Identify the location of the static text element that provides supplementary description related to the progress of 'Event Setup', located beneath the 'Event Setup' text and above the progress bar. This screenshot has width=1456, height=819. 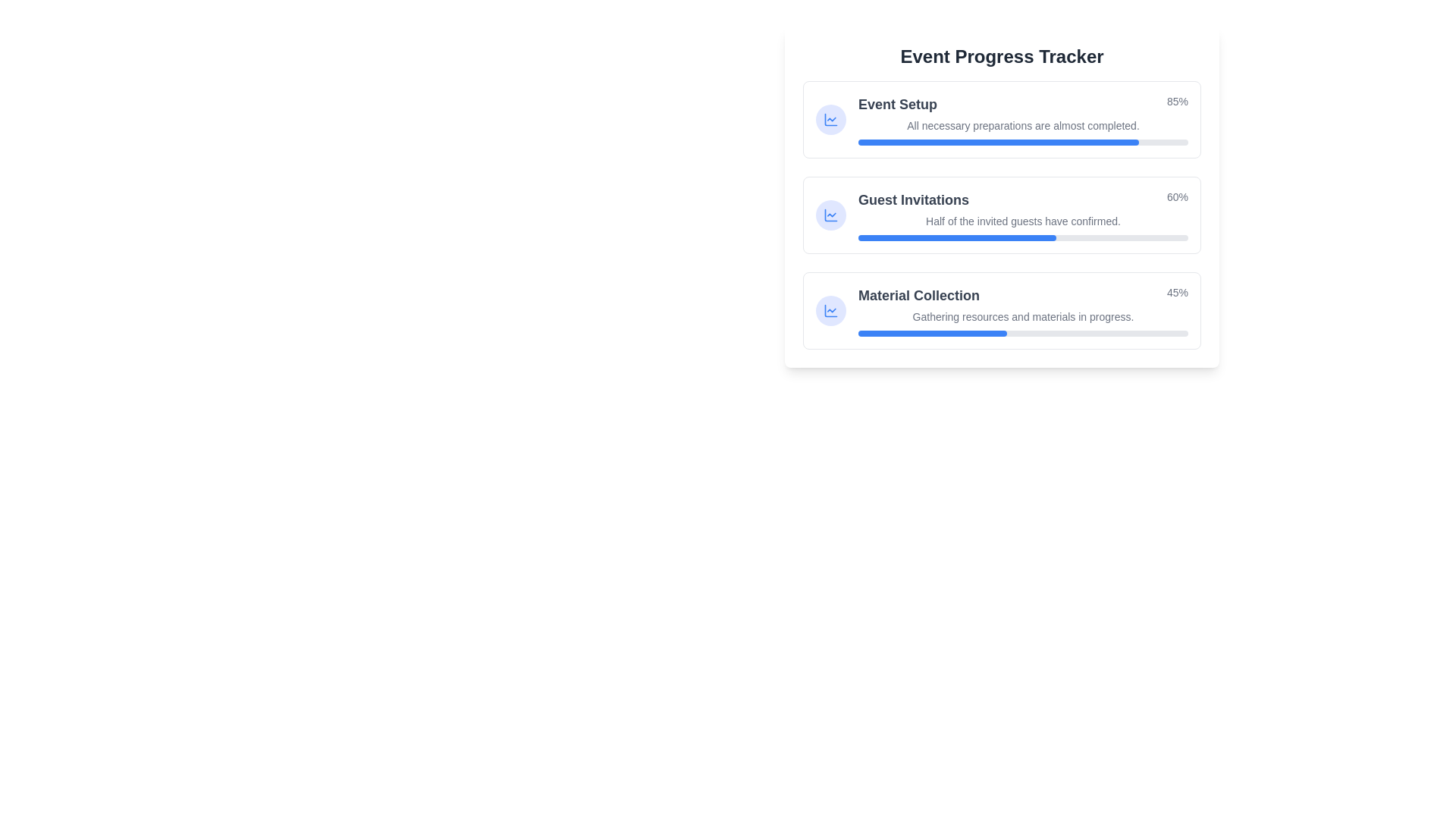
(1023, 124).